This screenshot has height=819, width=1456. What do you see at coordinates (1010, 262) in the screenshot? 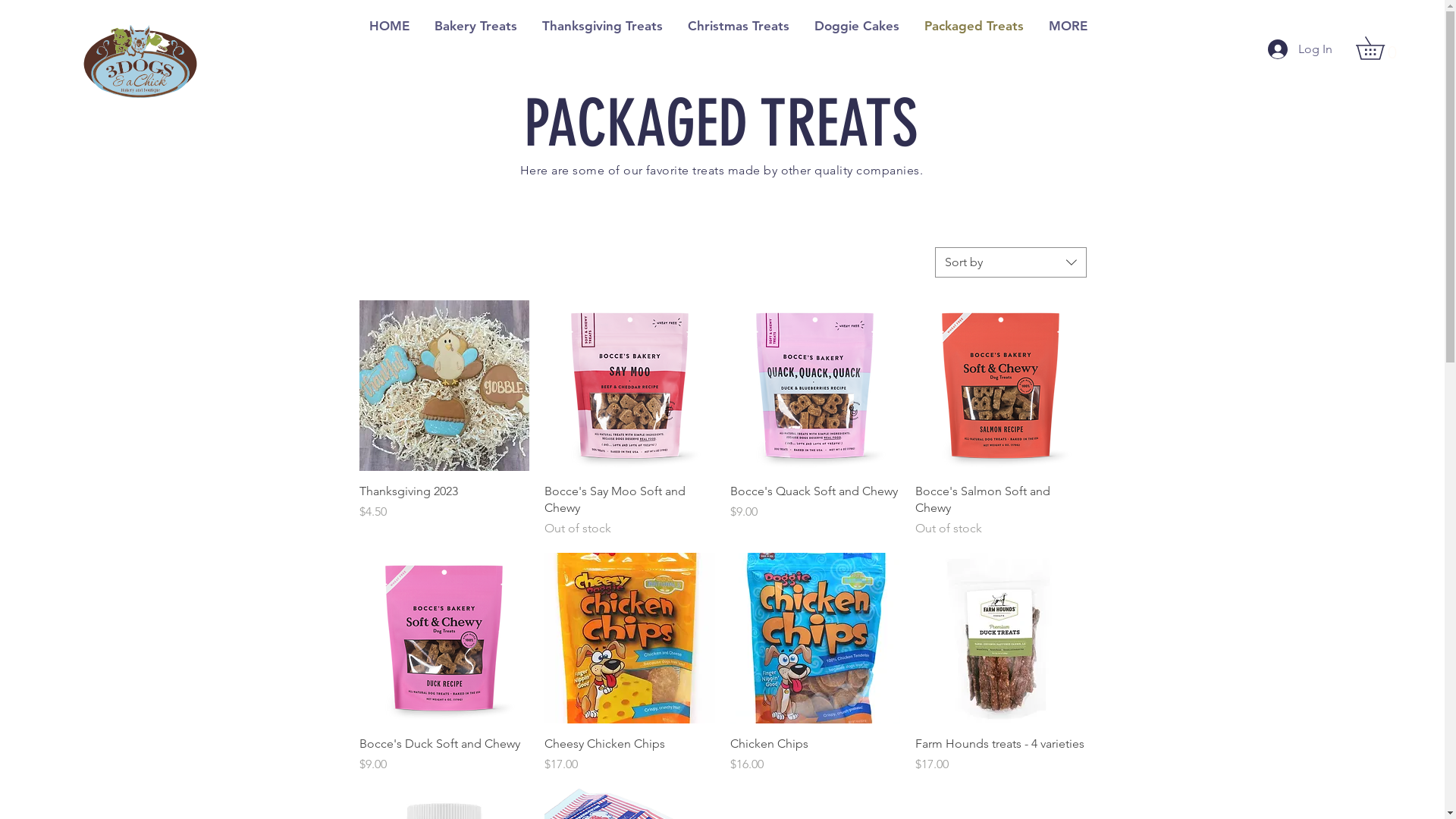
I see `'Sort by'` at bounding box center [1010, 262].